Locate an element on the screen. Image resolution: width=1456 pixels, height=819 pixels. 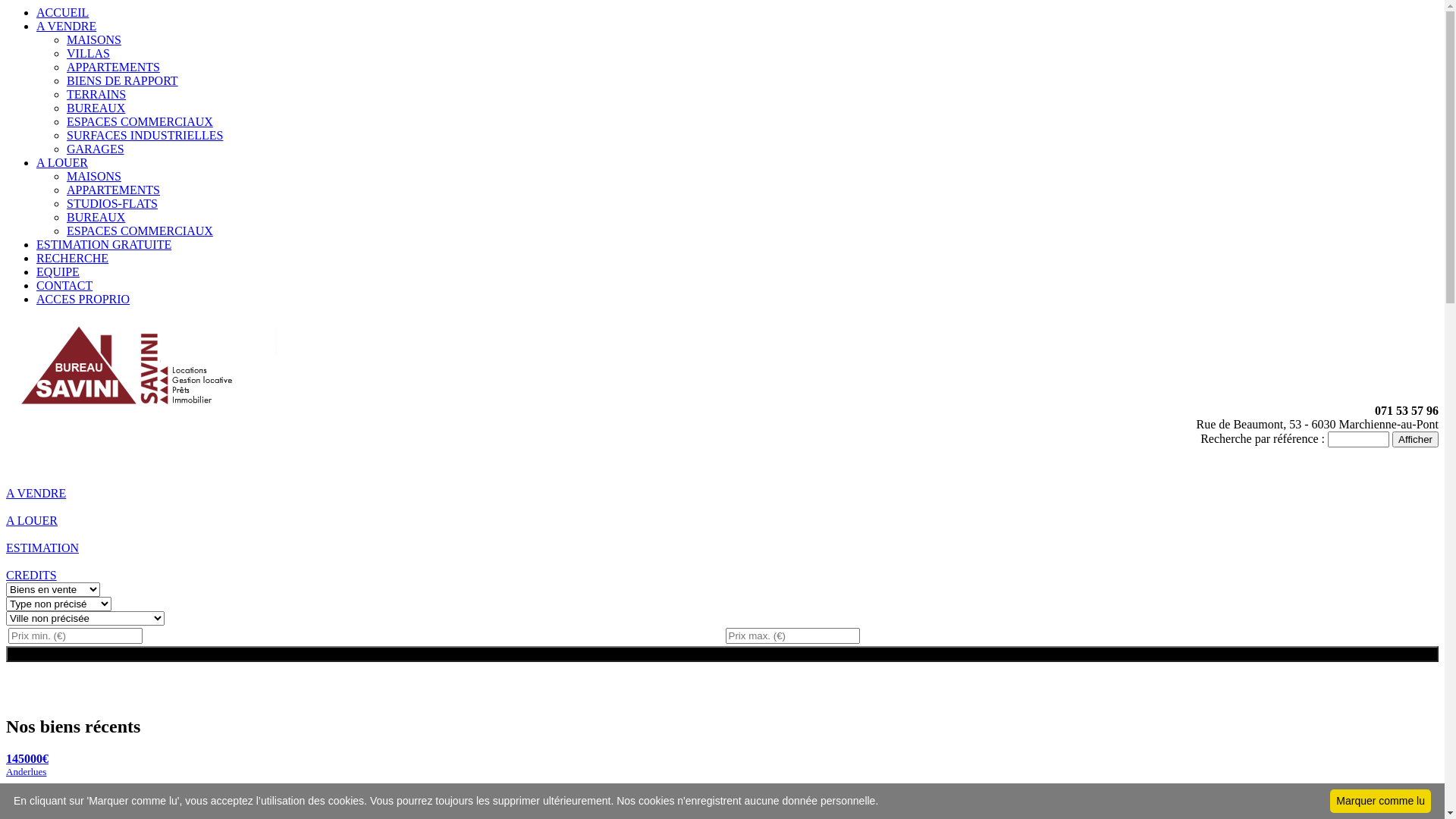
'BUREAUX' is located at coordinates (95, 217).